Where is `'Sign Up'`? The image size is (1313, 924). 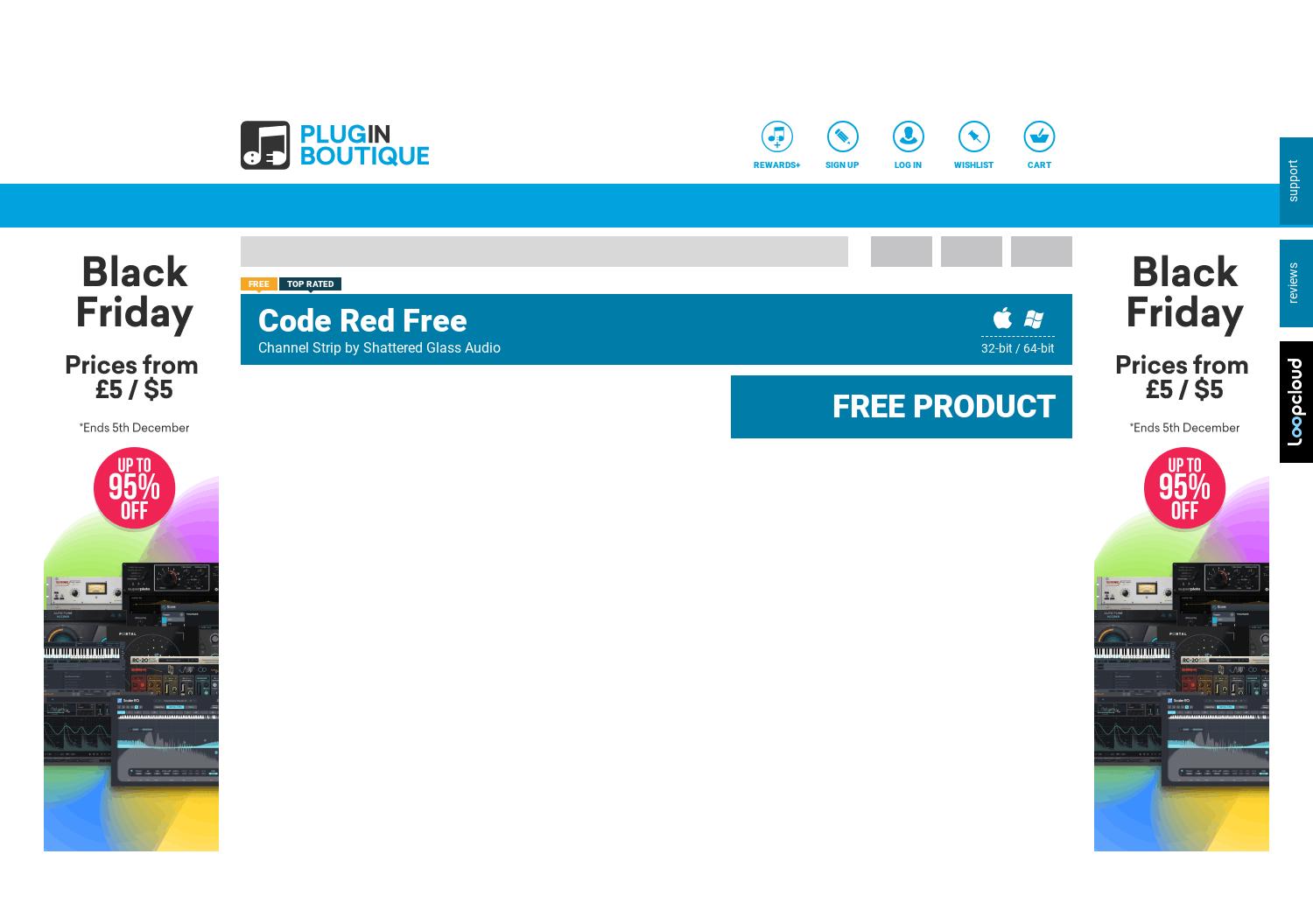
'Sign Up' is located at coordinates (841, 164).